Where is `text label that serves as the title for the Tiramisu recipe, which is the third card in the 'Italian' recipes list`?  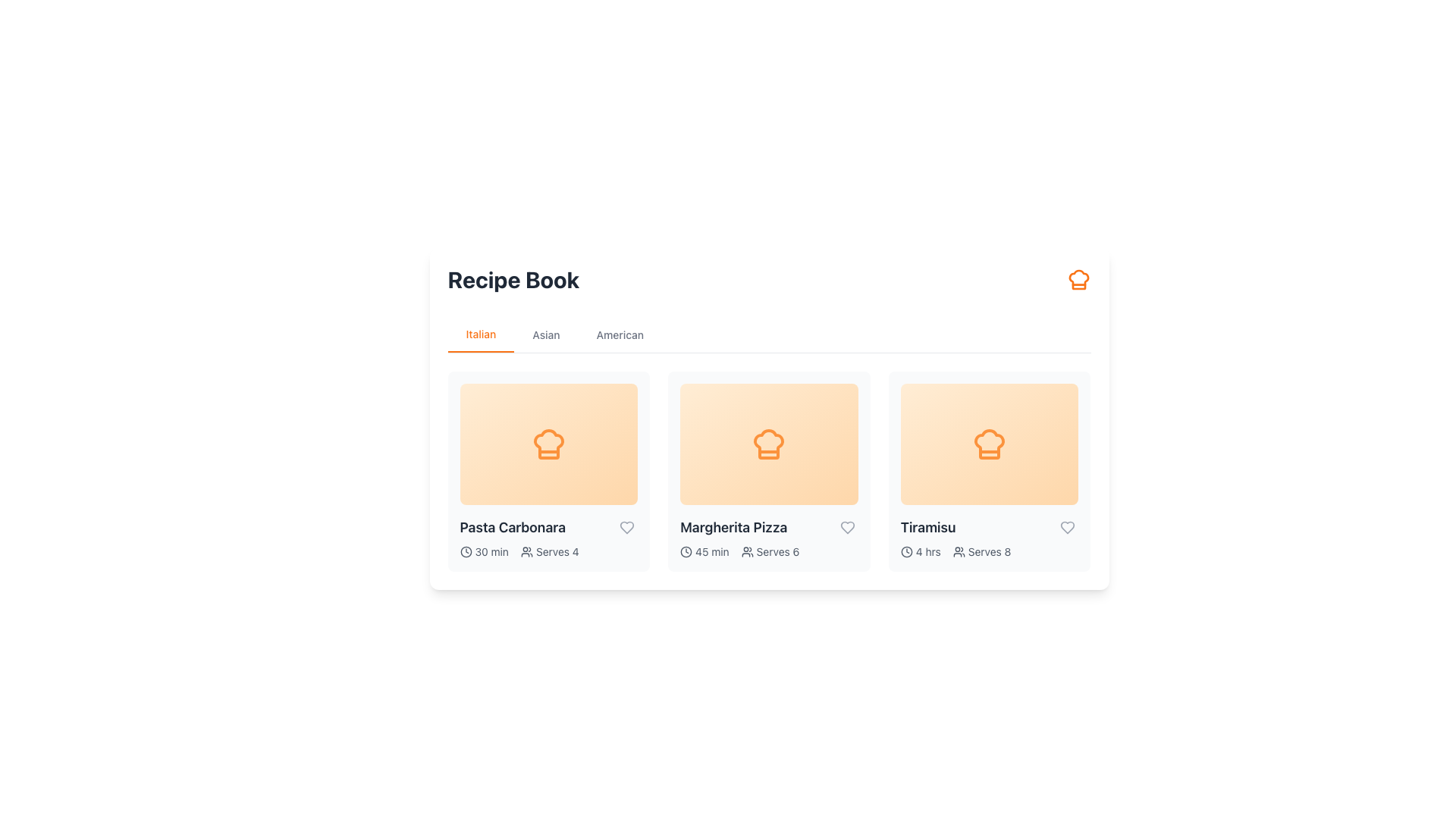
text label that serves as the title for the Tiramisu recipe, which is the third card in the 'Italian' recipes list is located at coordinates (927, 526).